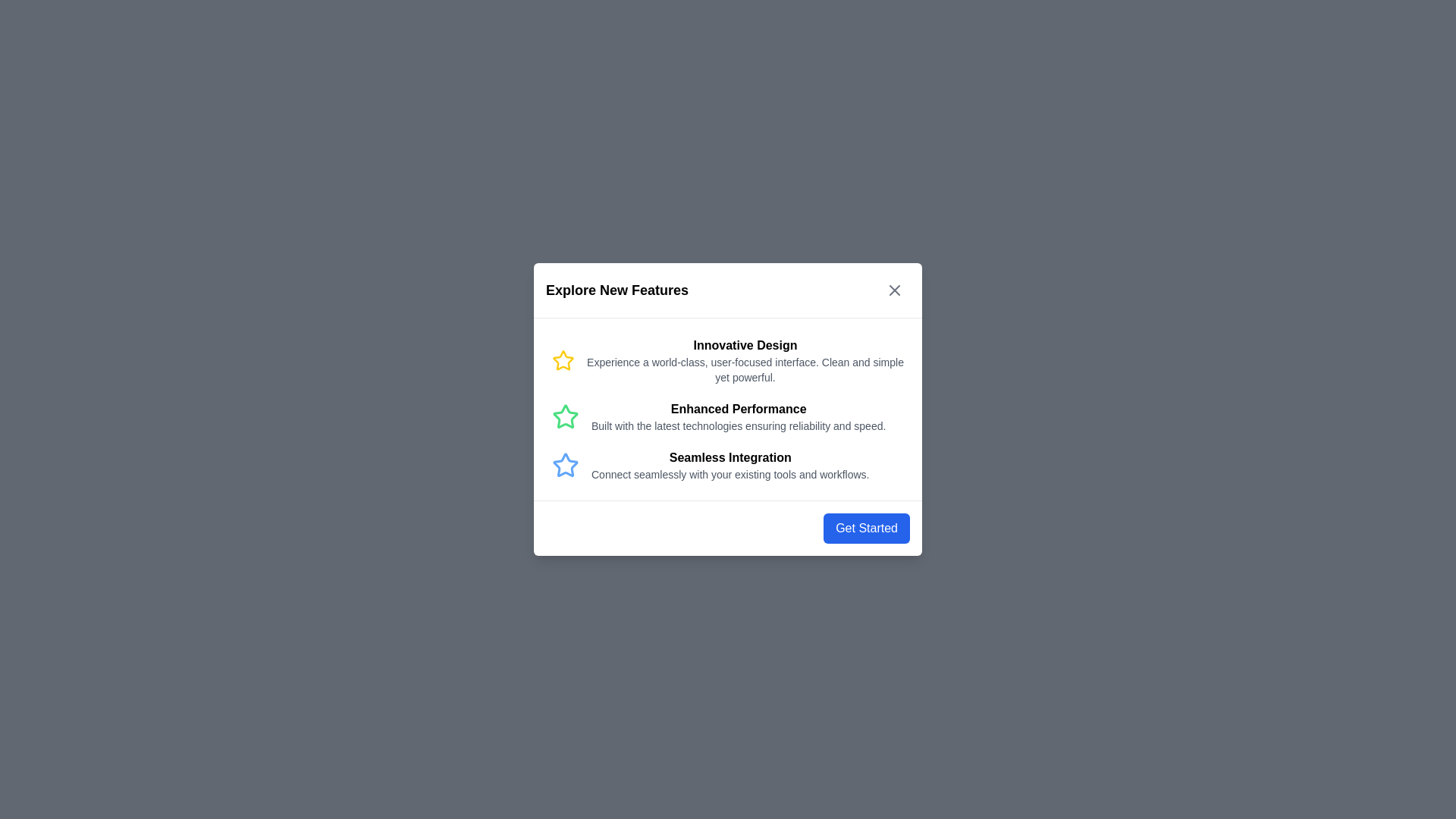 The width and height of the screenshot is (1456, 819). I want to click on the label 'Enhanced Performance' which serves as a title in the modal 'Explore New Features', located between 'Innovative Design' and 'Seamless Integration', so click(739, 409).